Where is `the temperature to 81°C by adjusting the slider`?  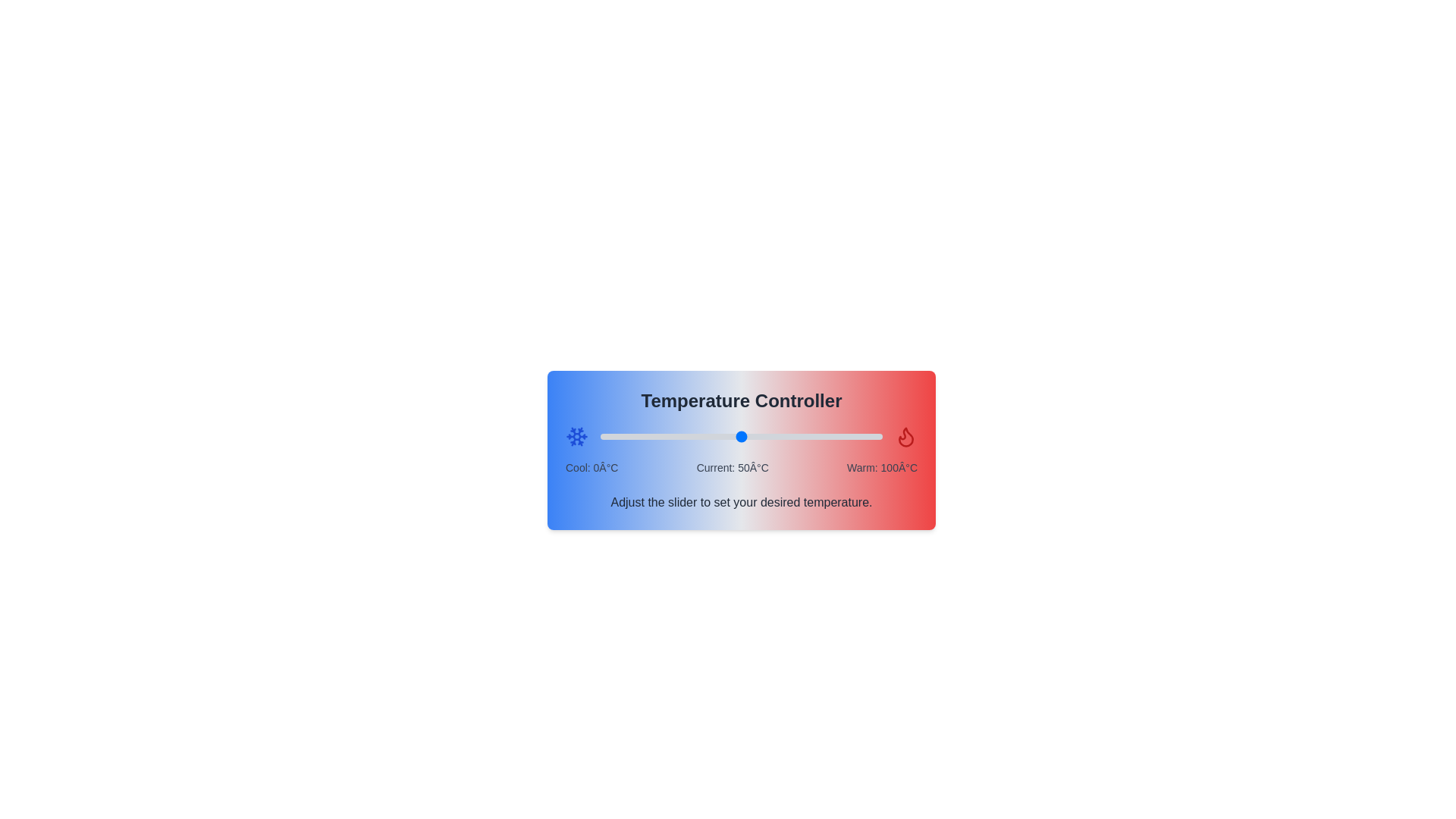
the temperature to 81°C by adjusting the slider is located at coordinates (828, 436).